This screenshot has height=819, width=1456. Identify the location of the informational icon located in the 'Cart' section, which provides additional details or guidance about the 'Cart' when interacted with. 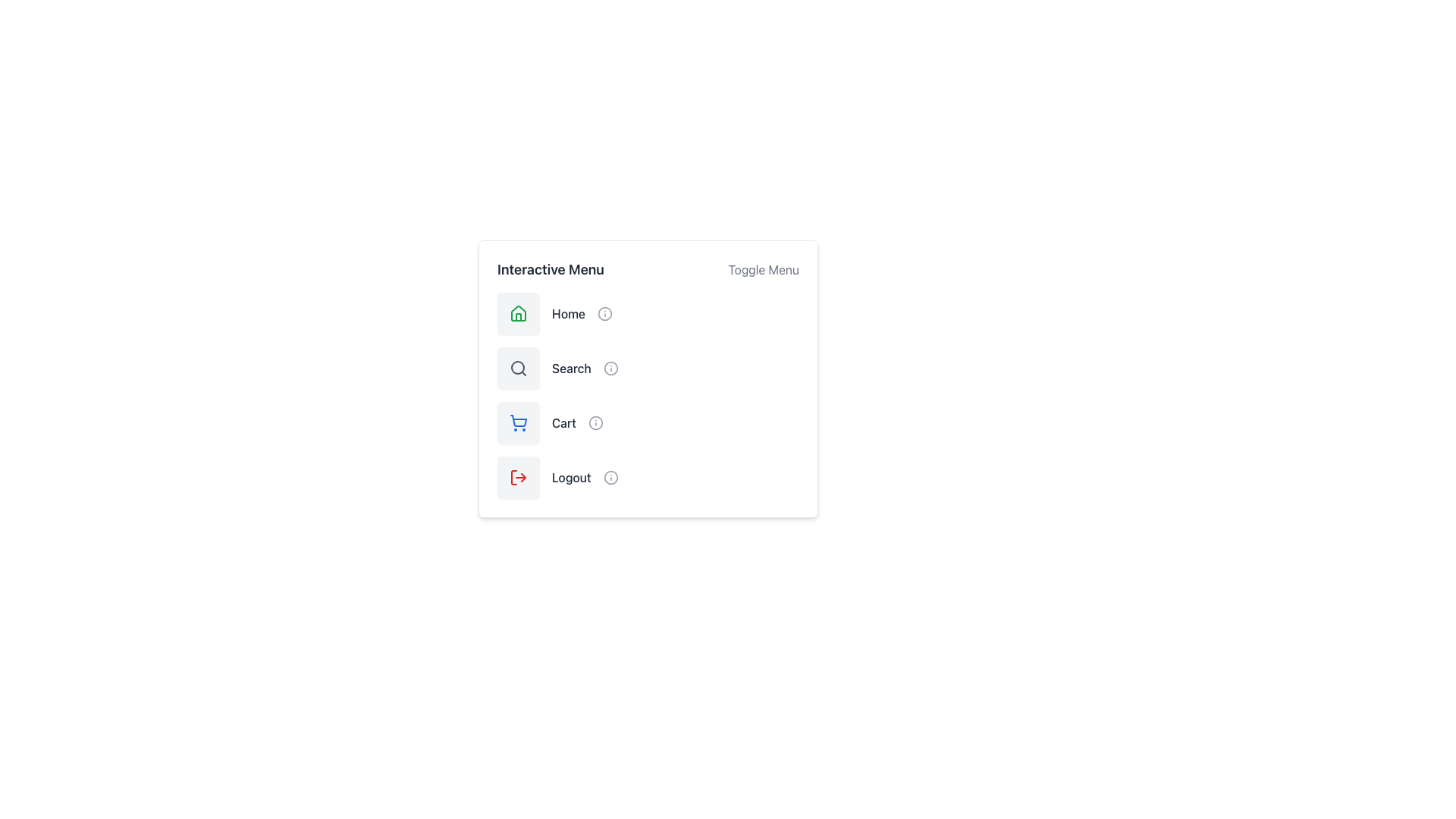
(595, 423).